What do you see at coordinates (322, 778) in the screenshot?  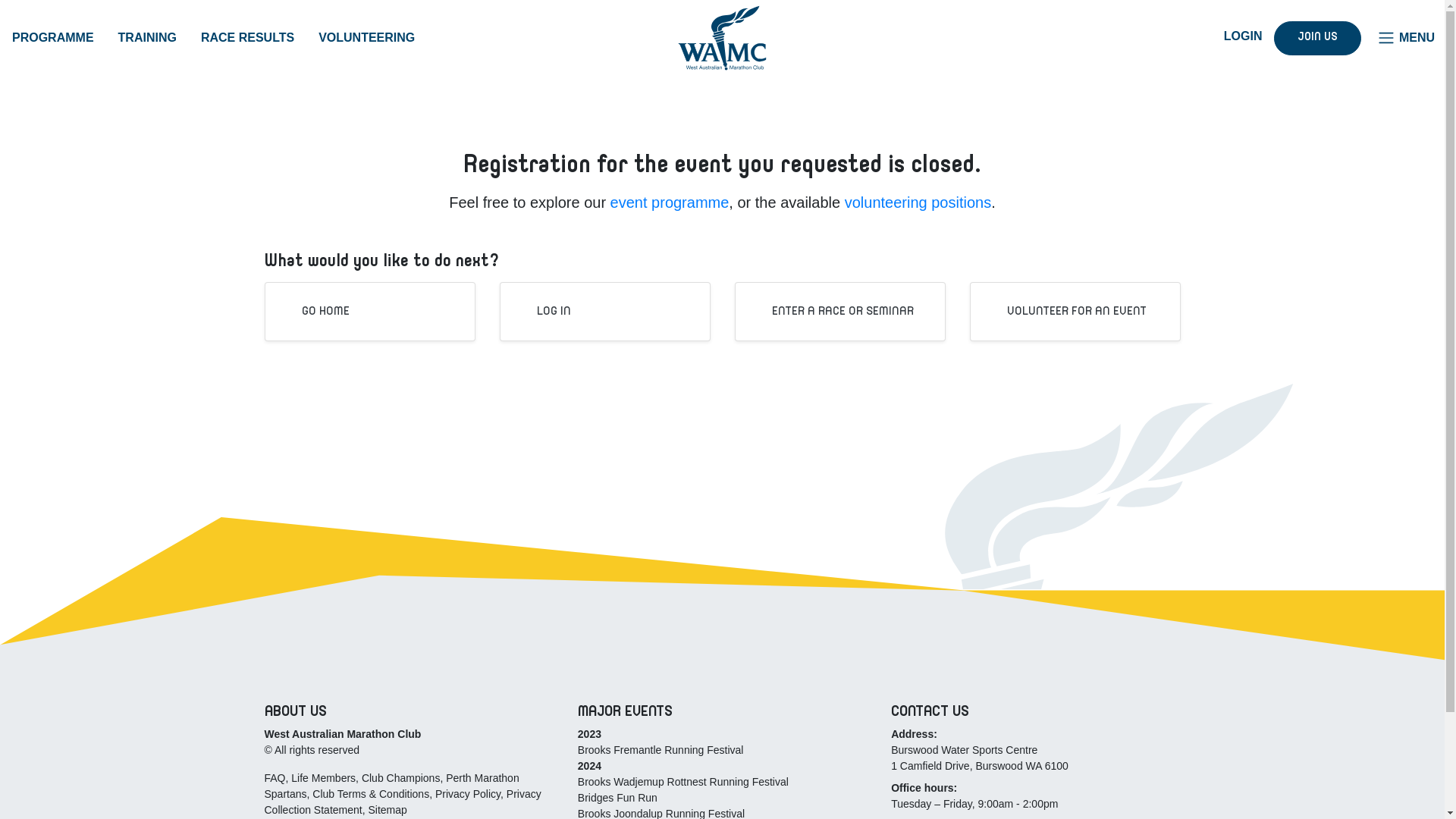 I see `'Life Members'` at bounding box center [322, 778].